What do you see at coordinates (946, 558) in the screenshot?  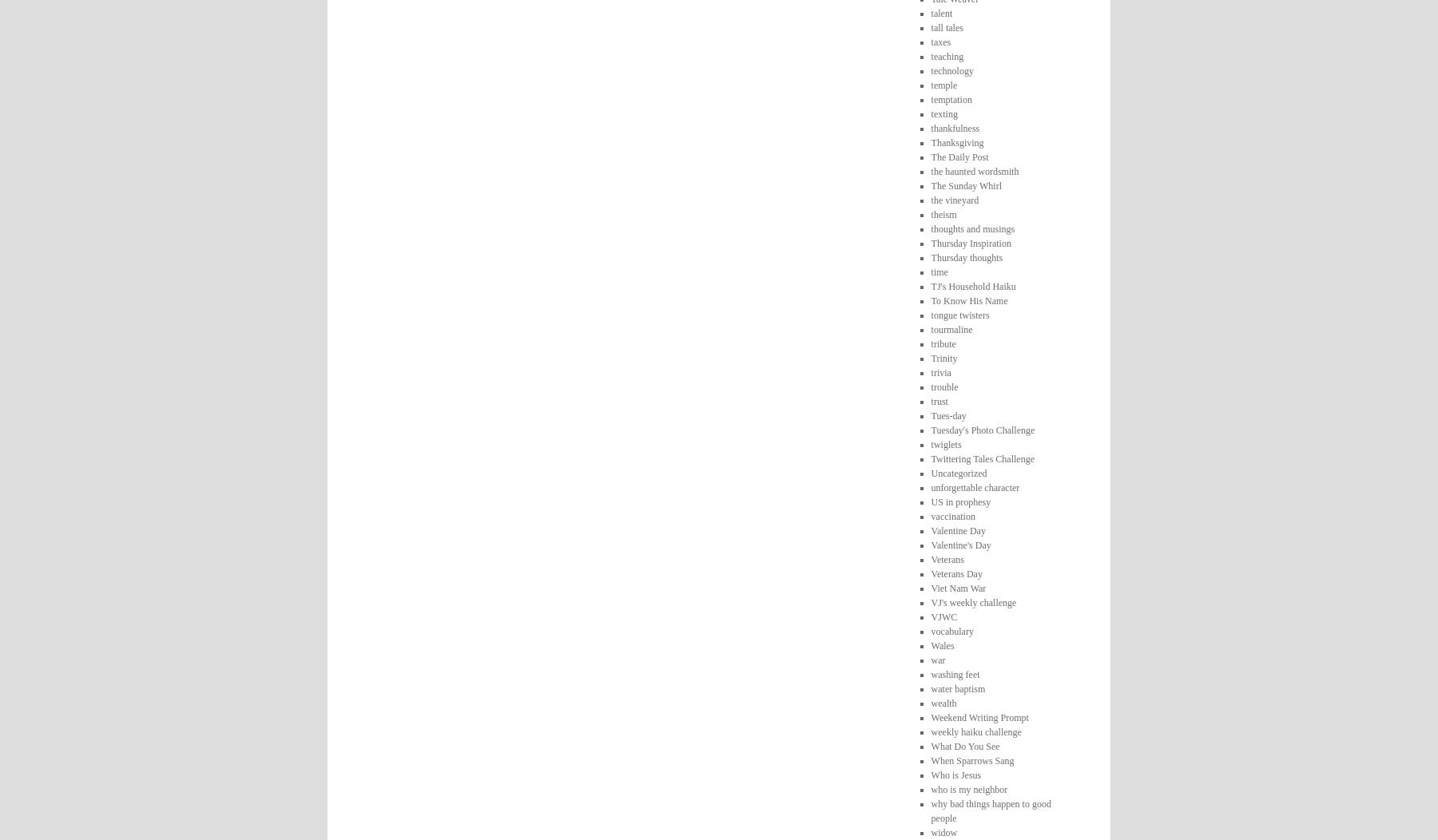 I see `'Veterans'` at bounding box center [946, 558].